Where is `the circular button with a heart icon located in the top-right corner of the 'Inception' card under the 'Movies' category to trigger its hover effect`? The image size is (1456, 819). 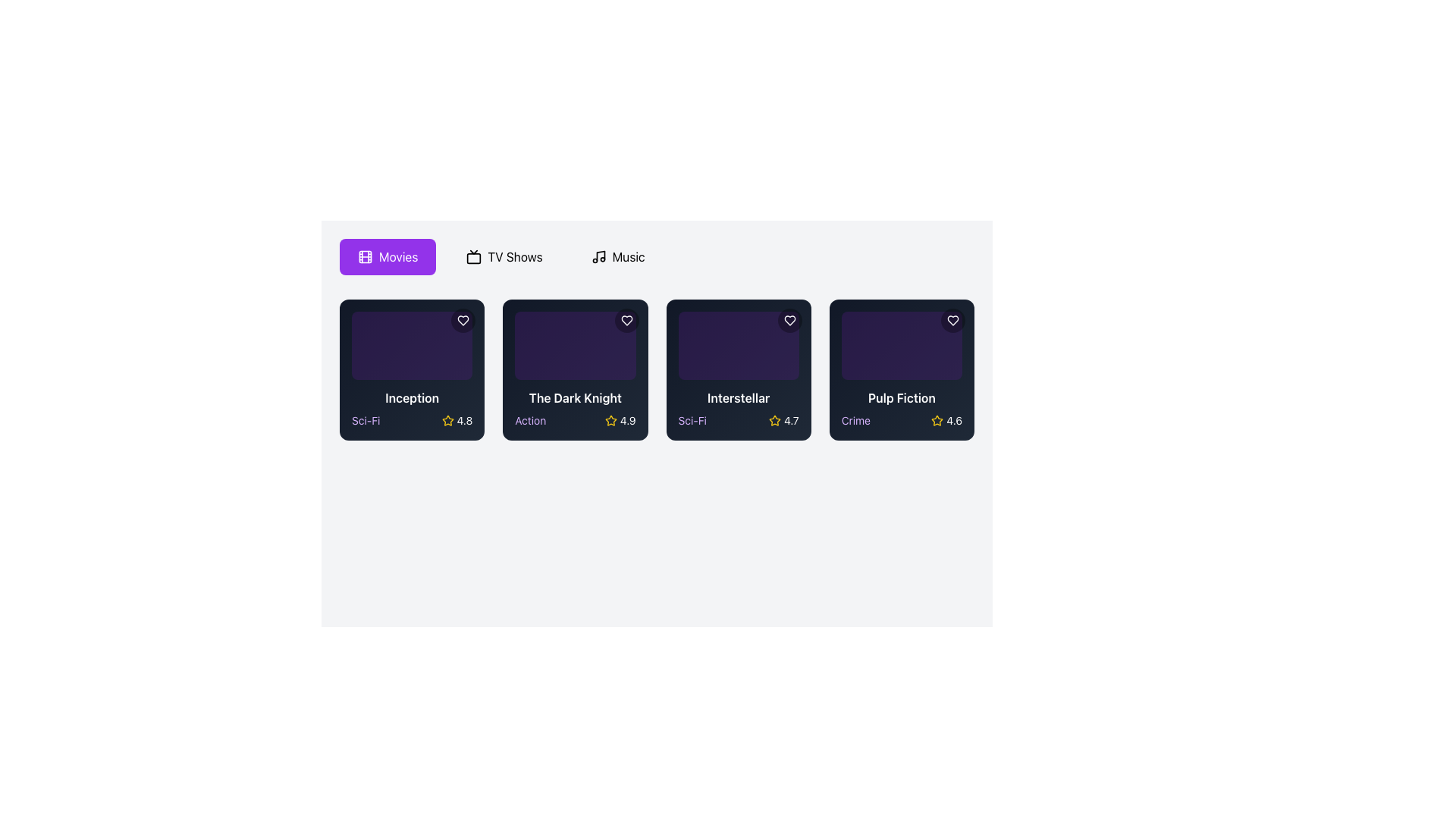 the circular button with a heart icon located in the top-right corner of the 'Inception' card under the 'Movies' category to trigger its hover effect is located at coordinates (463, 320).